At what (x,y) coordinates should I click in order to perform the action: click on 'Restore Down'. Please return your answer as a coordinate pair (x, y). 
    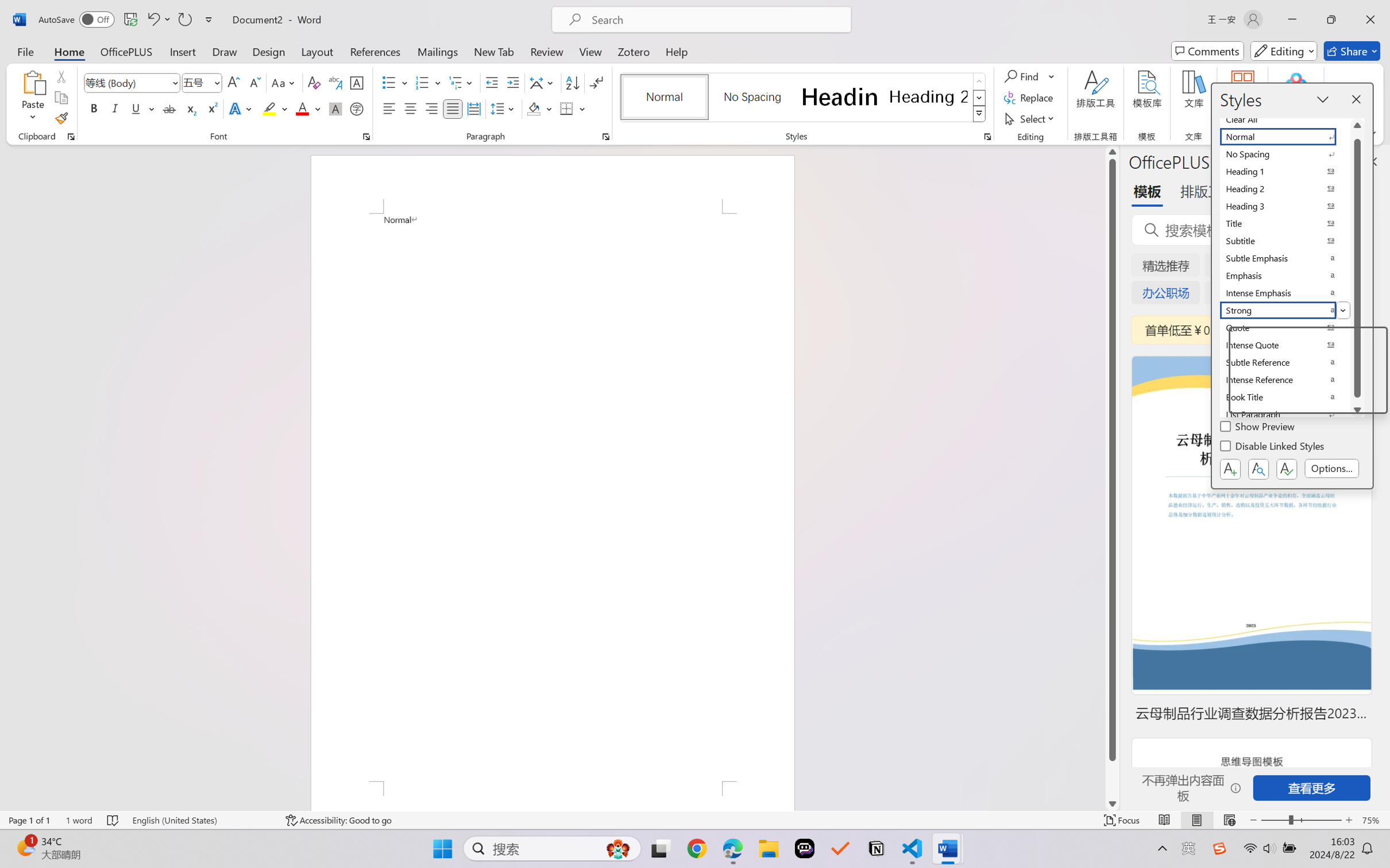
    Looking at the image, I should click on (1331, 19).